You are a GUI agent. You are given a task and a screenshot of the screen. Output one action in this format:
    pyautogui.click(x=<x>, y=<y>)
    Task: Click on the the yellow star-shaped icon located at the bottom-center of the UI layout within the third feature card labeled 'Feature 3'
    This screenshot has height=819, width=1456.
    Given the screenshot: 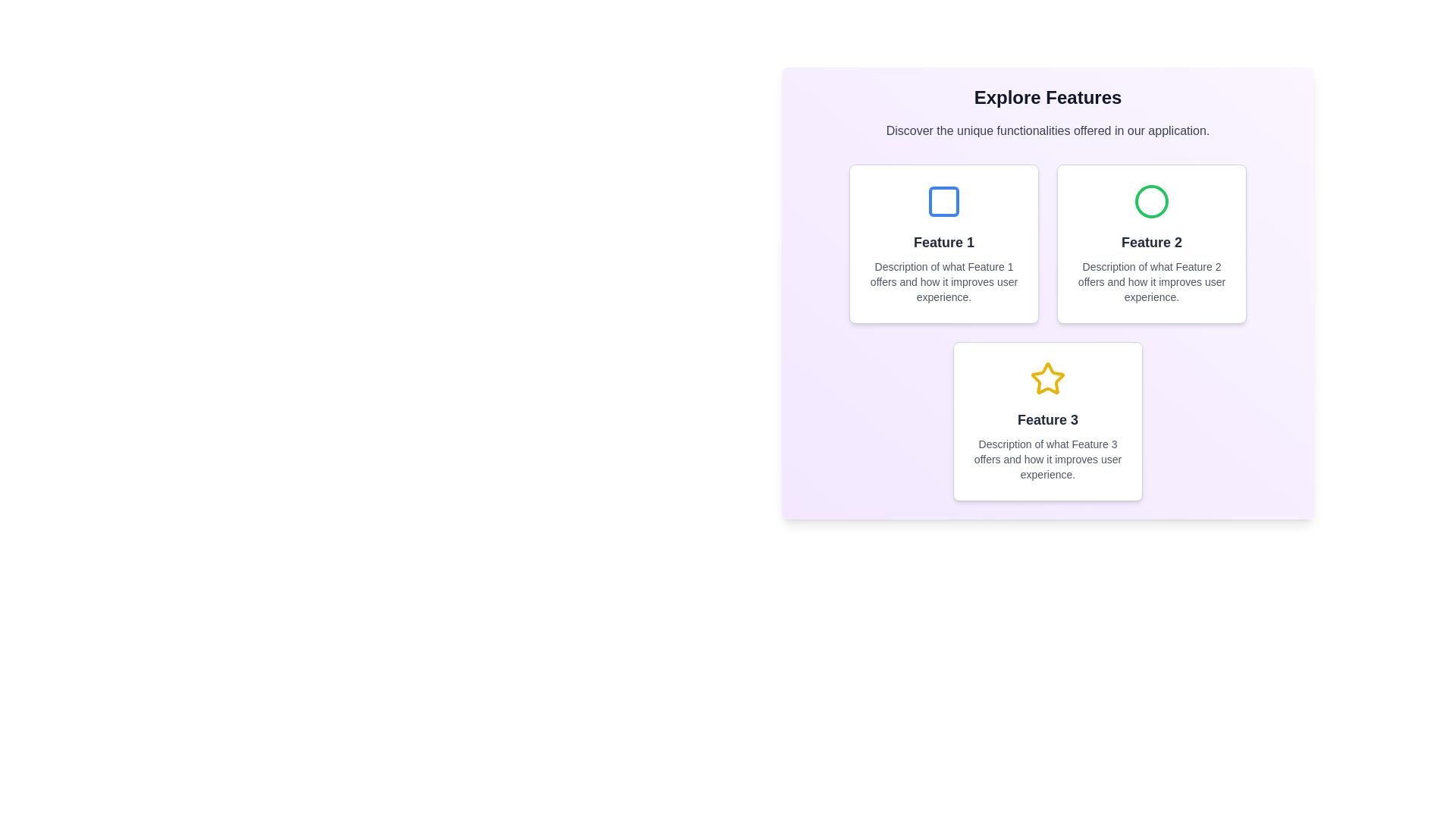 What is the action you would take?
    pyautogui.click(x=1047, y=378)
    